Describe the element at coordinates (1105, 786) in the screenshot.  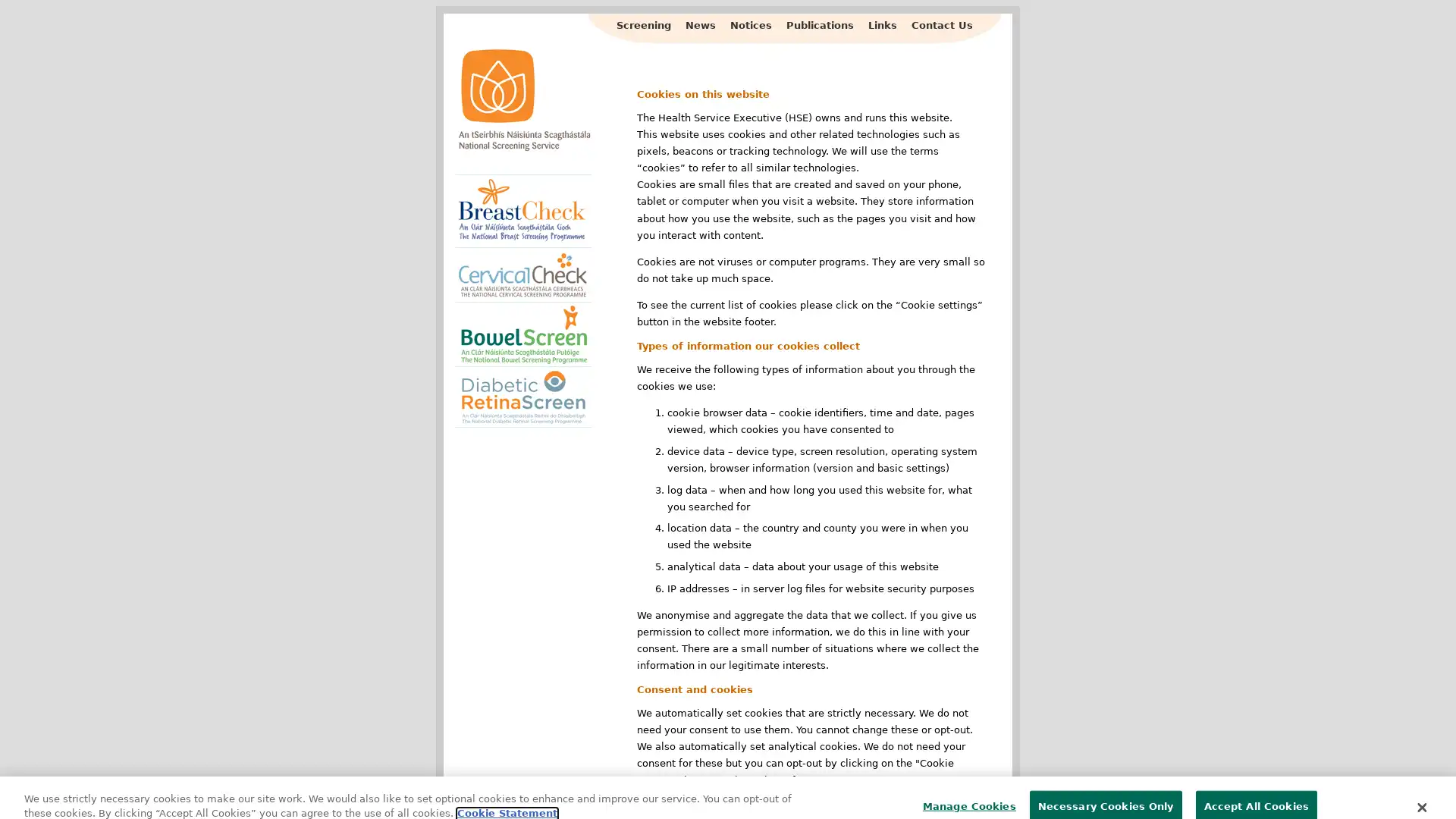
I see `Necessary Cookies Only` at that location.